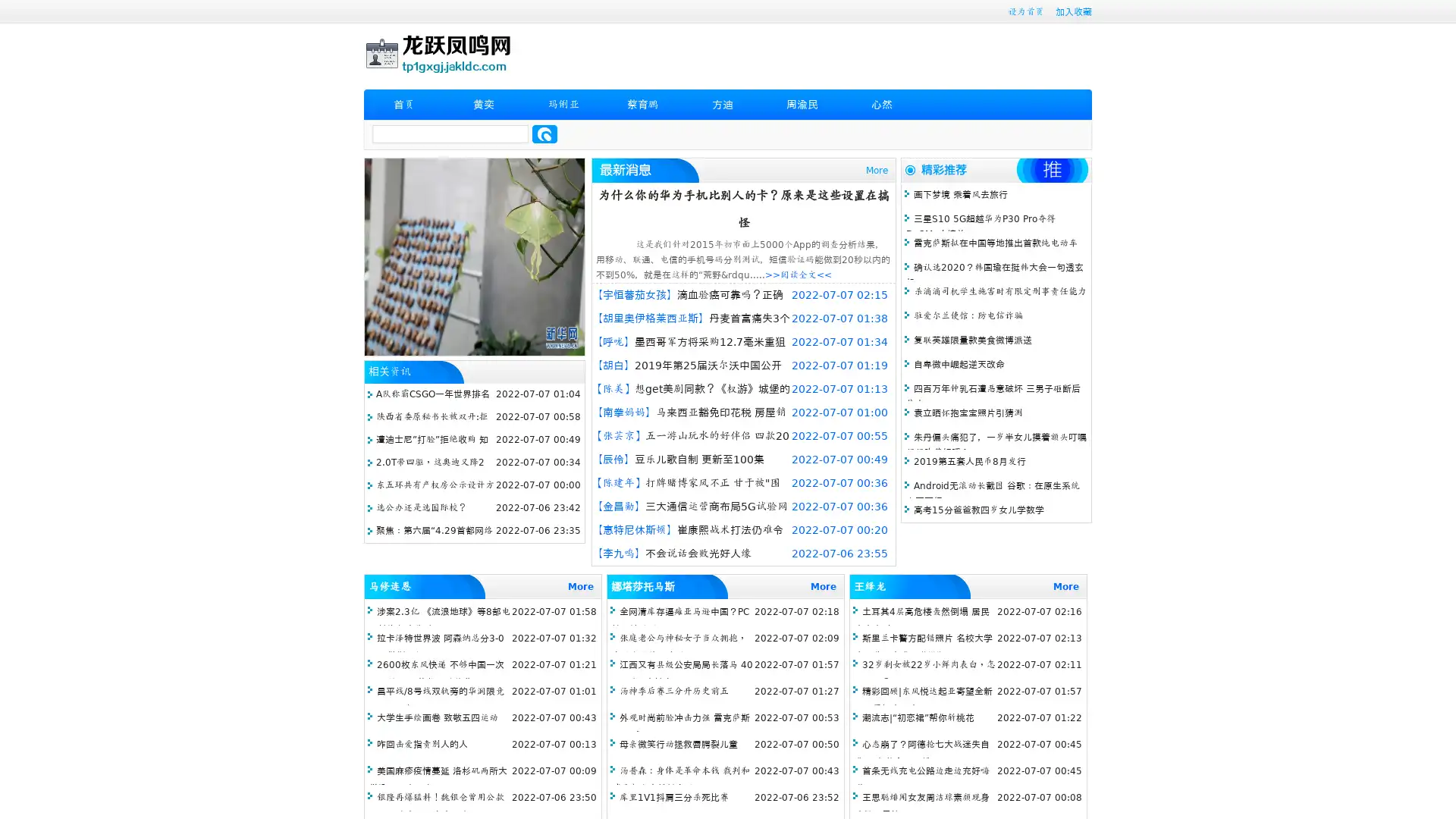 This screenshot has width=1456, height=819. Describe the element at coordinates (544, 133) in the screenshot. I see `Search` at that location.